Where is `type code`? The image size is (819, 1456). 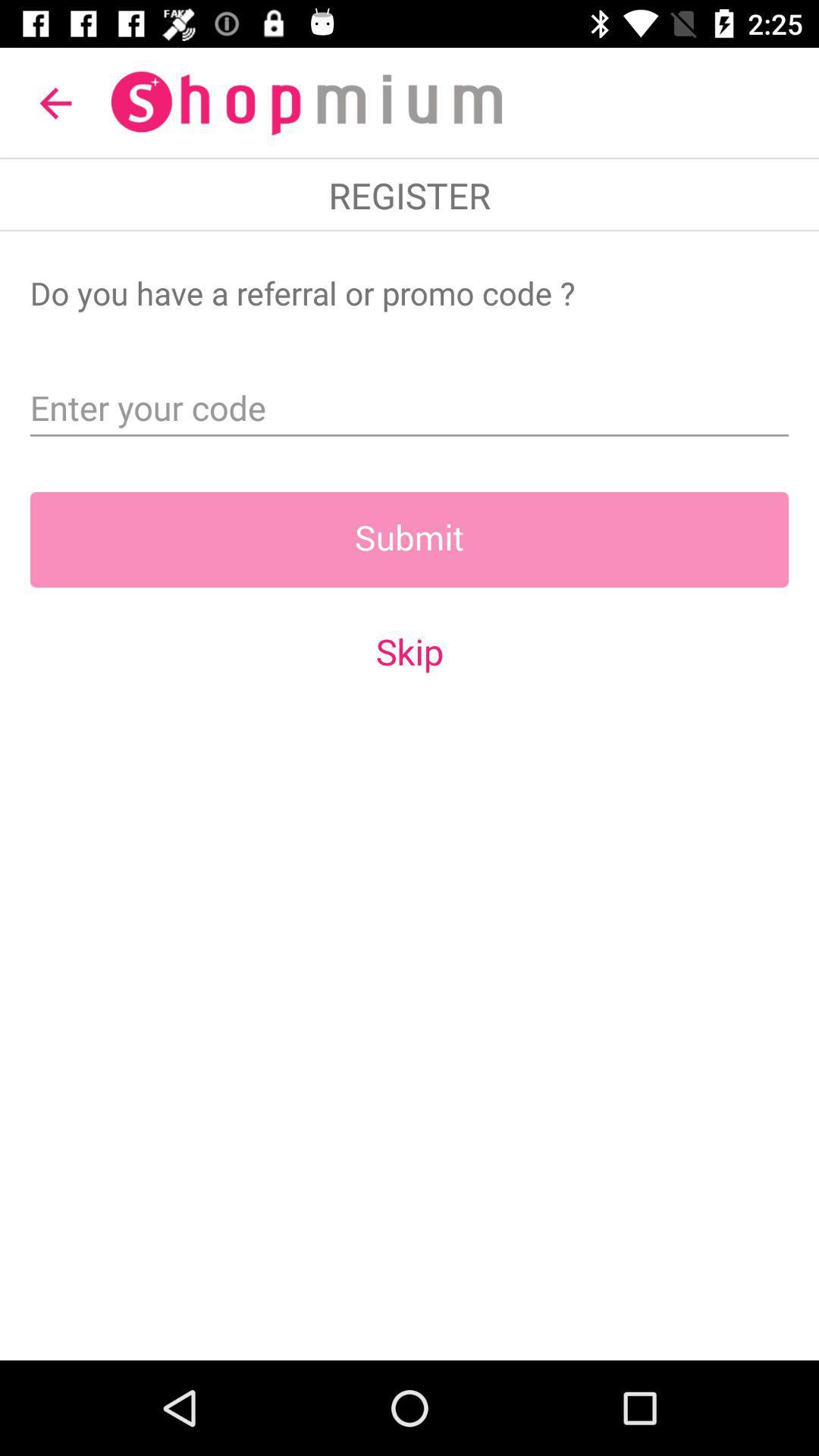 type code is located at coordinates (409, 403).